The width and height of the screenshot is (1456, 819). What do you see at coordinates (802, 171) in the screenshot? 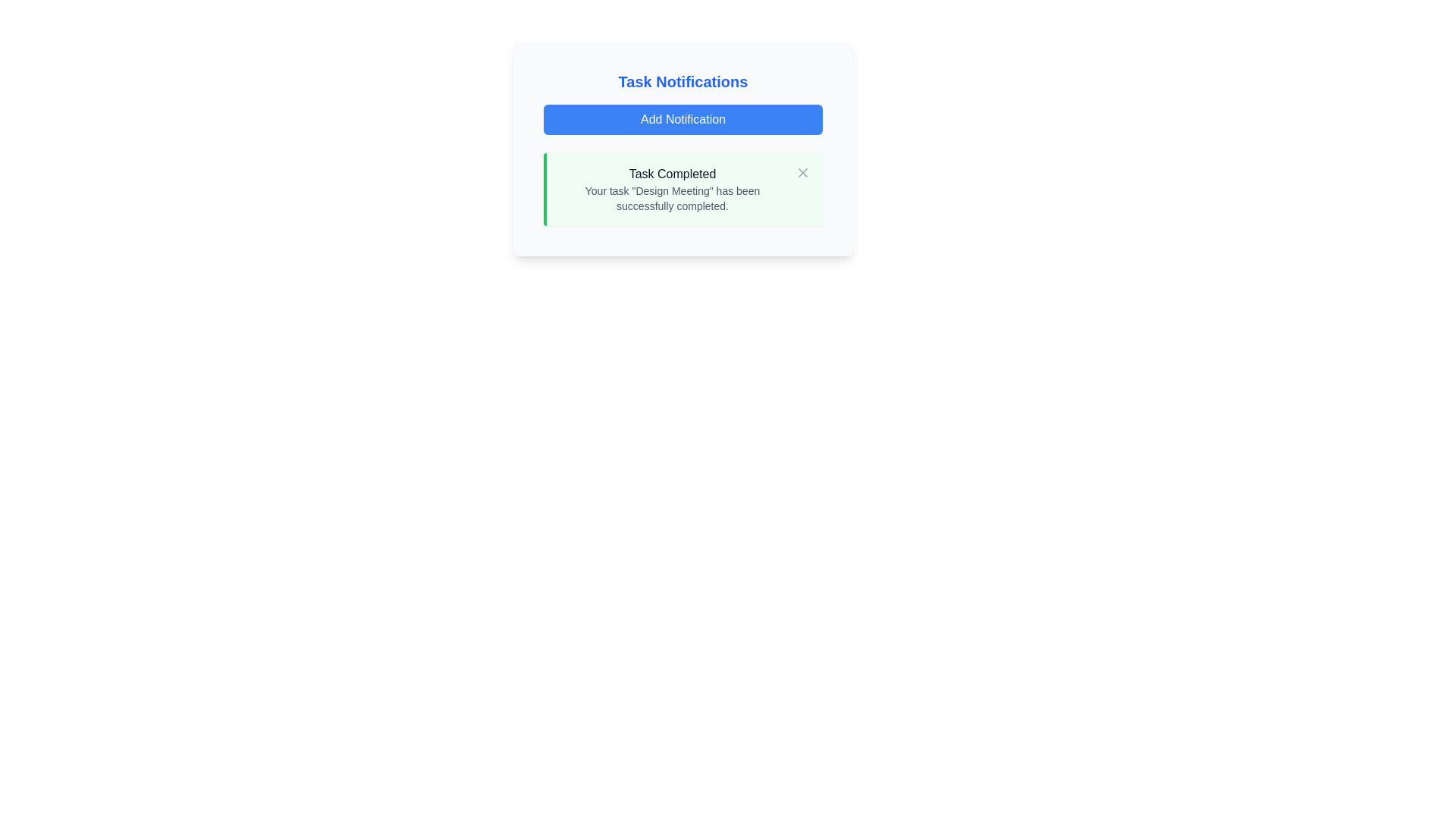
I see `the dismiss button (icon-based) for the task notification, which is located on the far right of the notification box, aligned vertically with the text 'Task Completed'` at bounding box center [802, 171].